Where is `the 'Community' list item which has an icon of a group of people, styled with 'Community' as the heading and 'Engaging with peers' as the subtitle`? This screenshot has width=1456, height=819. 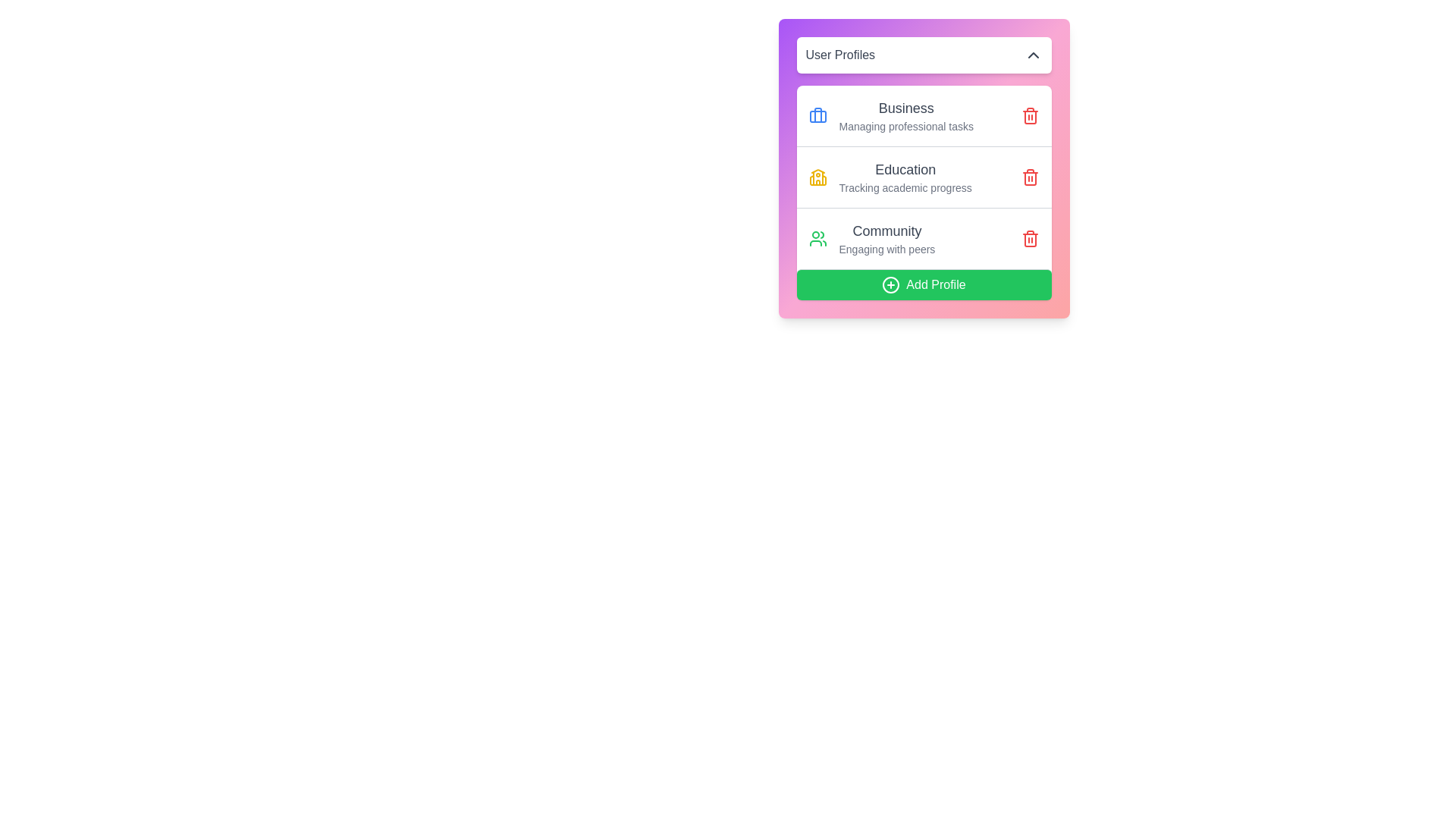
the 'Community' list item which has an icon of a group of people, styled with 'Community' as the heading and 'Engaging with peers' as the subtitle is located at coordinates (871, 239).